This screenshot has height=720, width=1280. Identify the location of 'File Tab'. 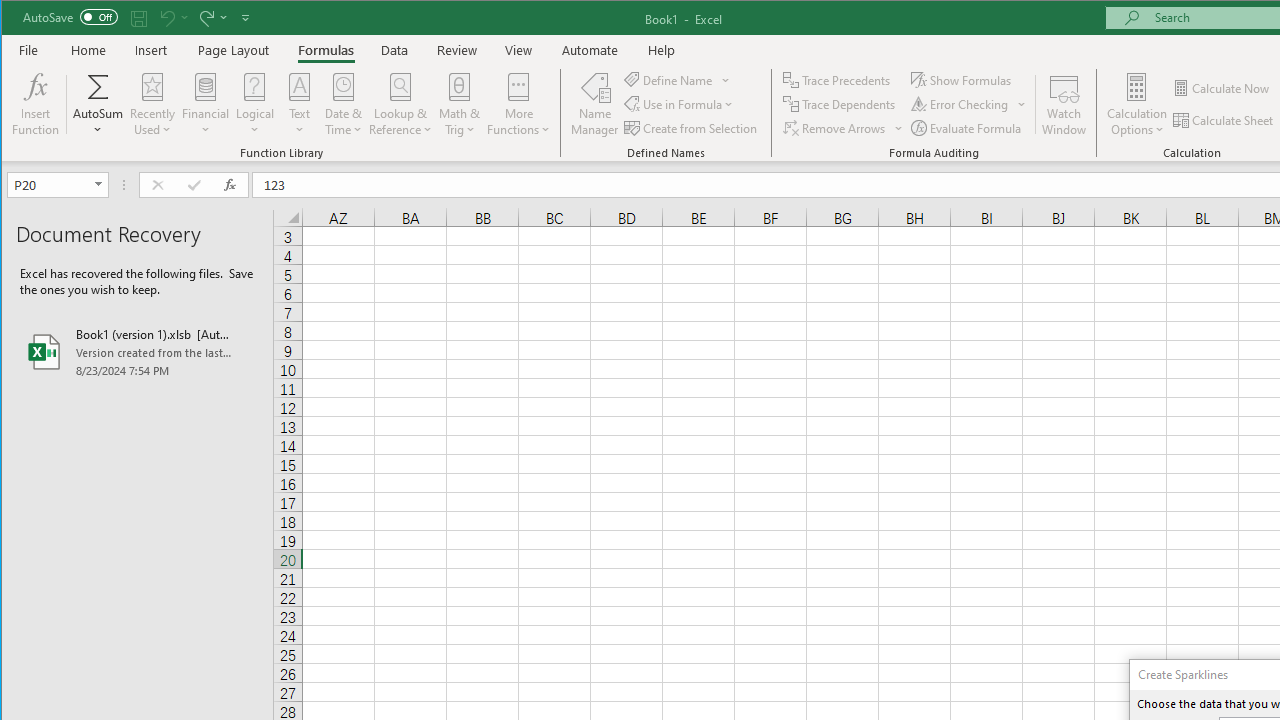
(29, 49).